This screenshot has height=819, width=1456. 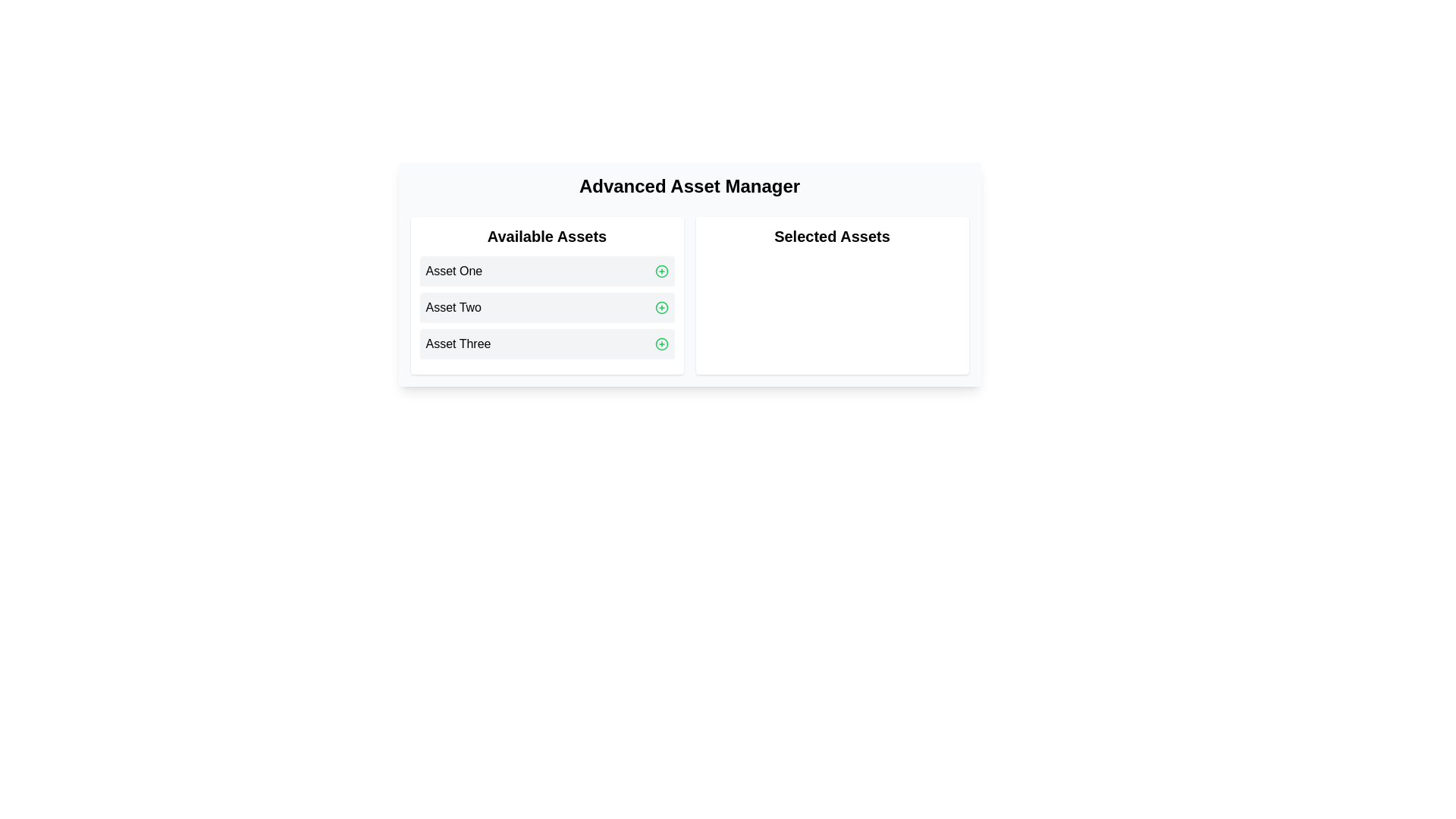 What do you see at coordinates (831, 237) in the screenshot?
I see `the bold, black text label stating 'Selected Assets', which is prominently displayed at the top center of its white box` at bounding box center [831, 237].